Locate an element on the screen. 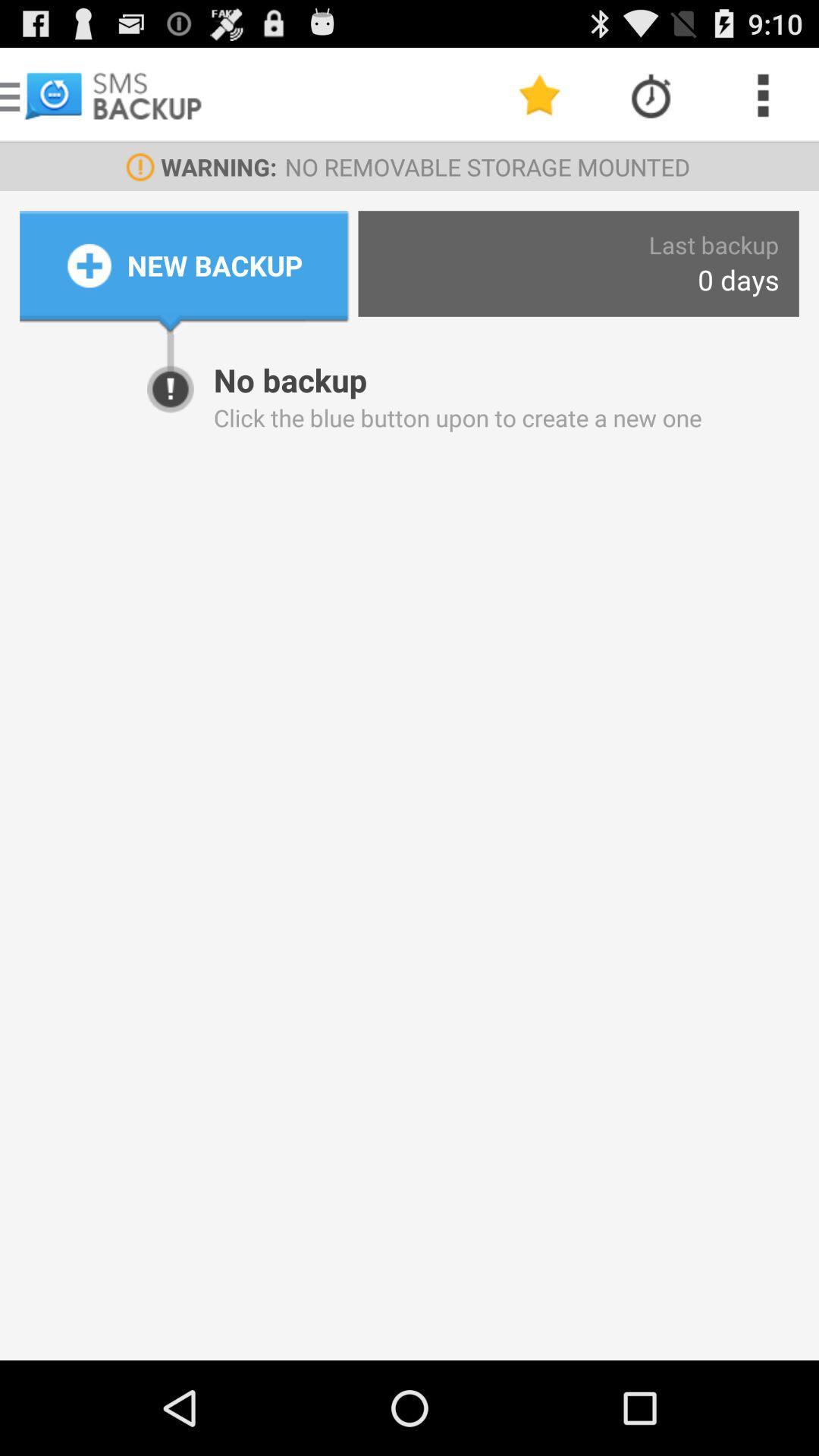  the item below the no removable storage item is located at coordinates (714, 244).